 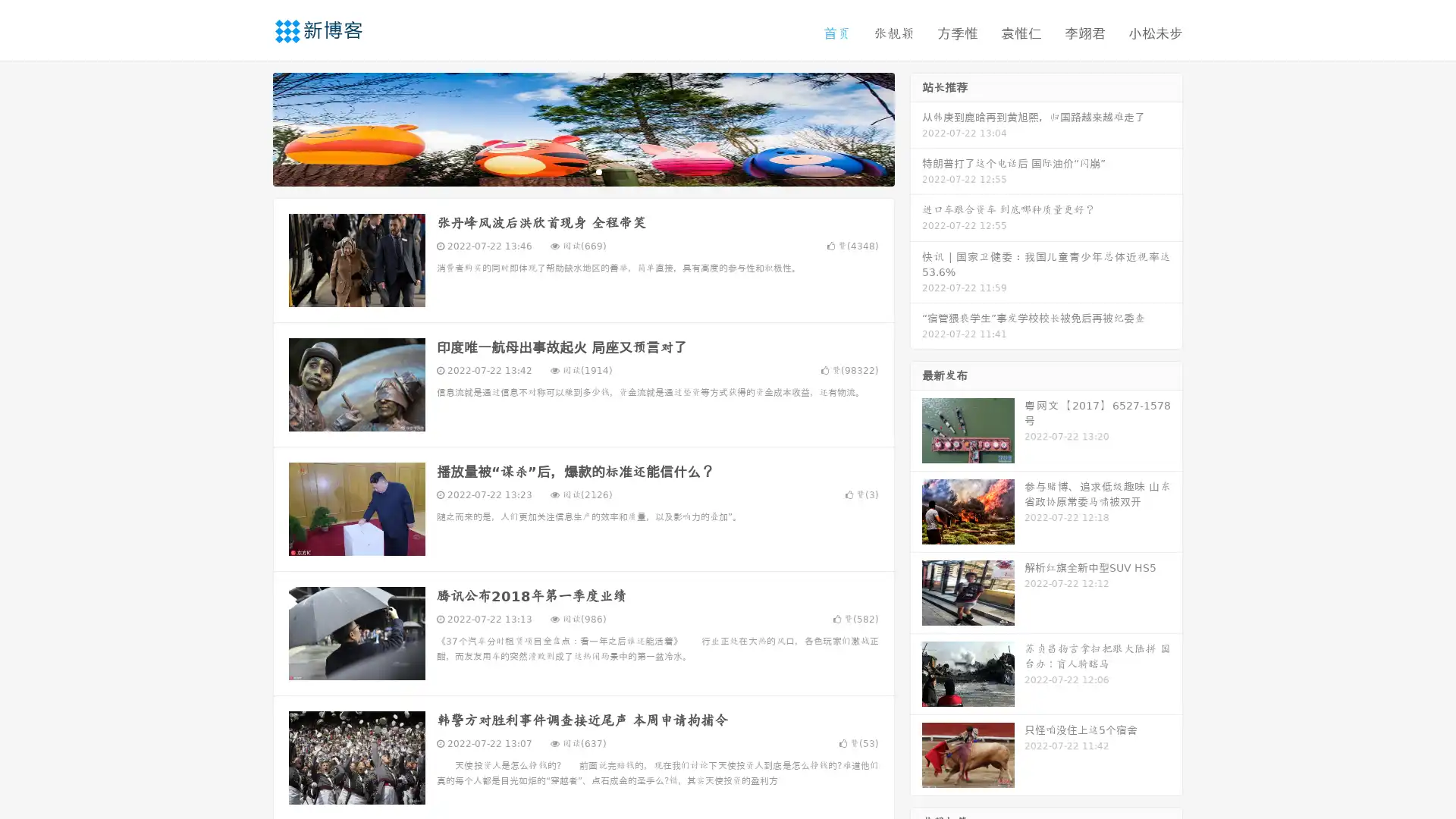 What do you see at coordinates (567, 171) in the screenshot?
I see `Go to slide 1` at bounding box center [567, 171].